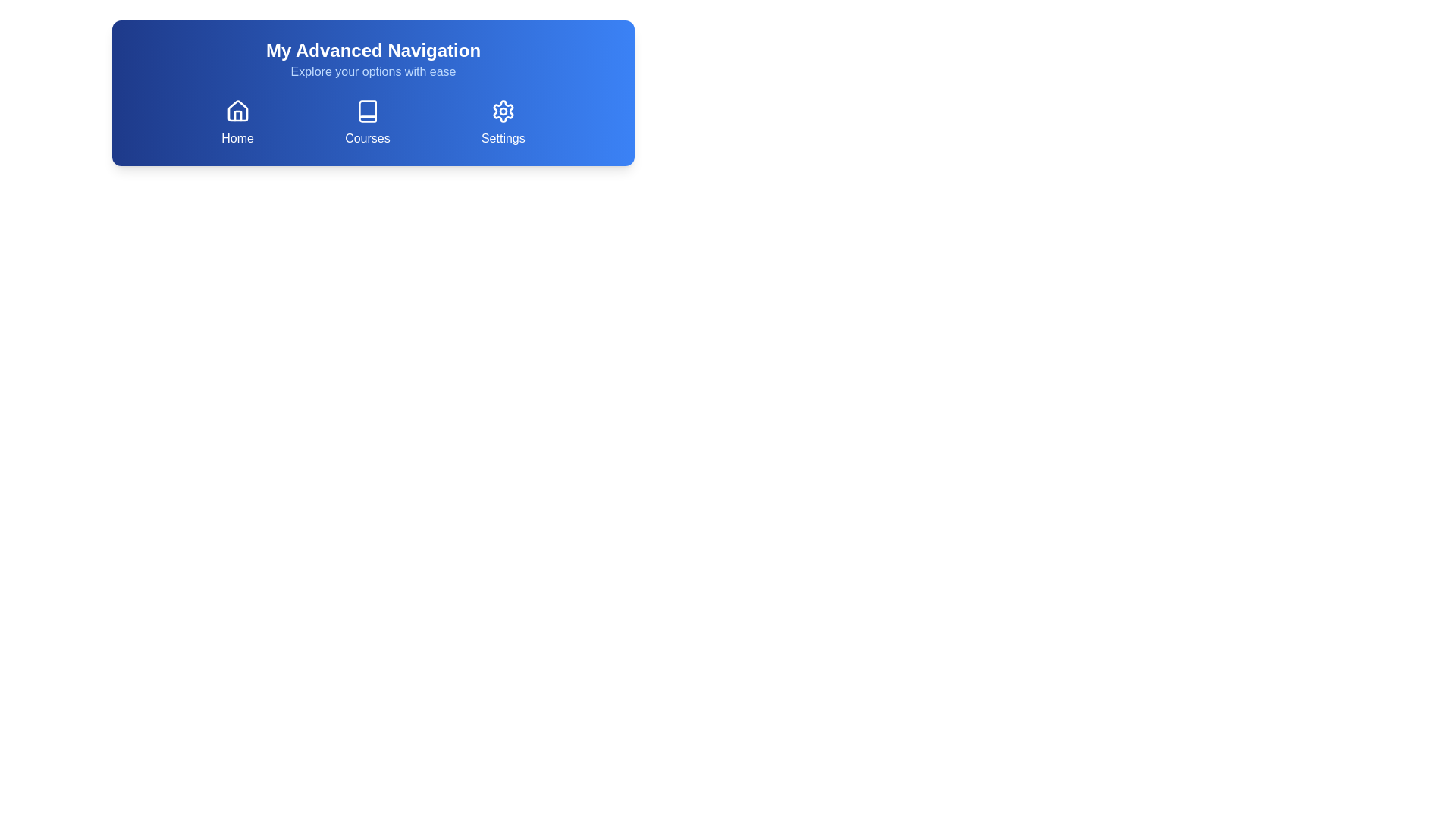 Image resolution: width=1456 pixels, height=819 pixels. I want to click on the 'Settings' button in the navigation bar, so click(503, 122).